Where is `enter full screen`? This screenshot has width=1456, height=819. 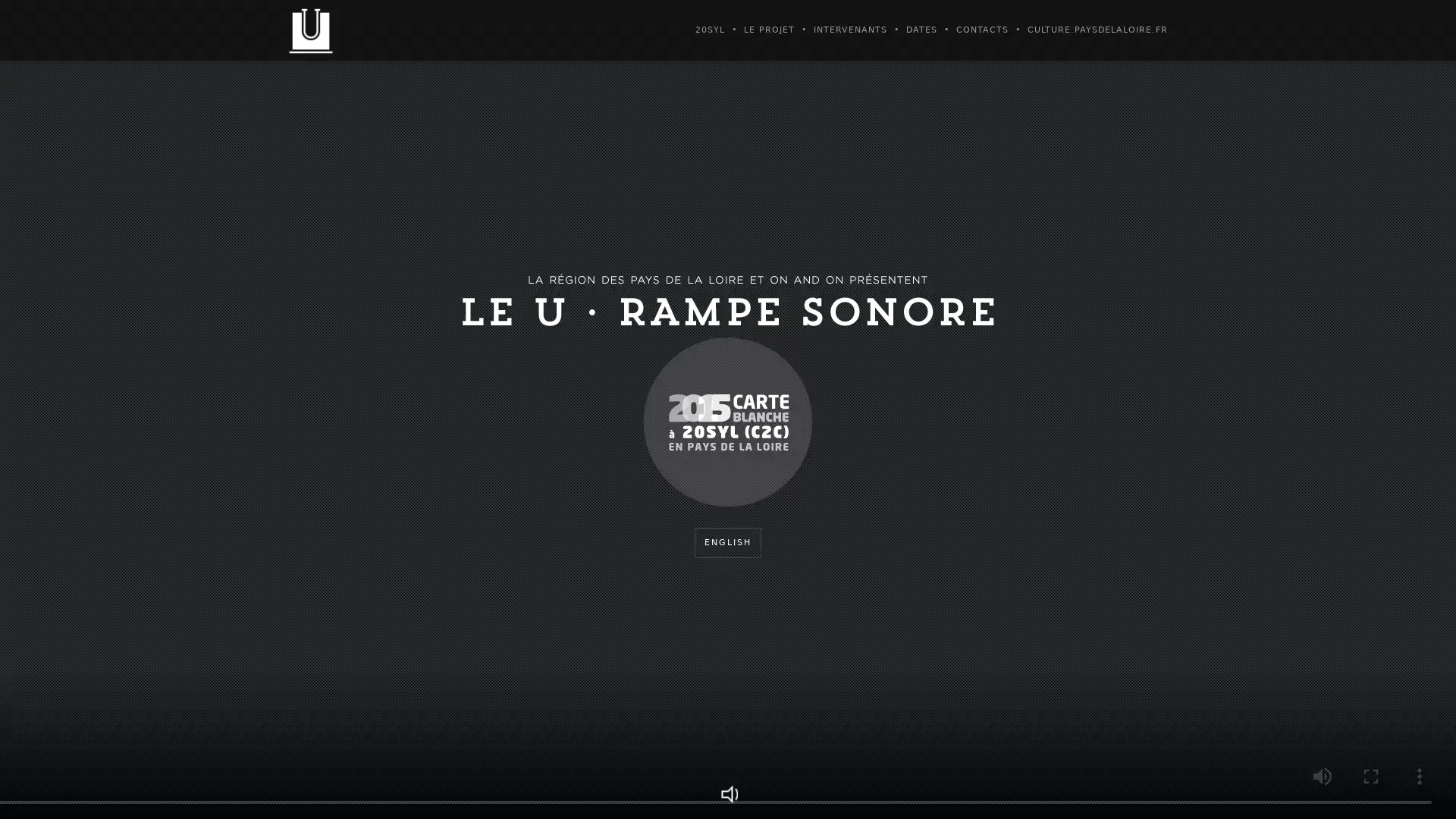 enter full screen is located at coordinates (1371, 776).